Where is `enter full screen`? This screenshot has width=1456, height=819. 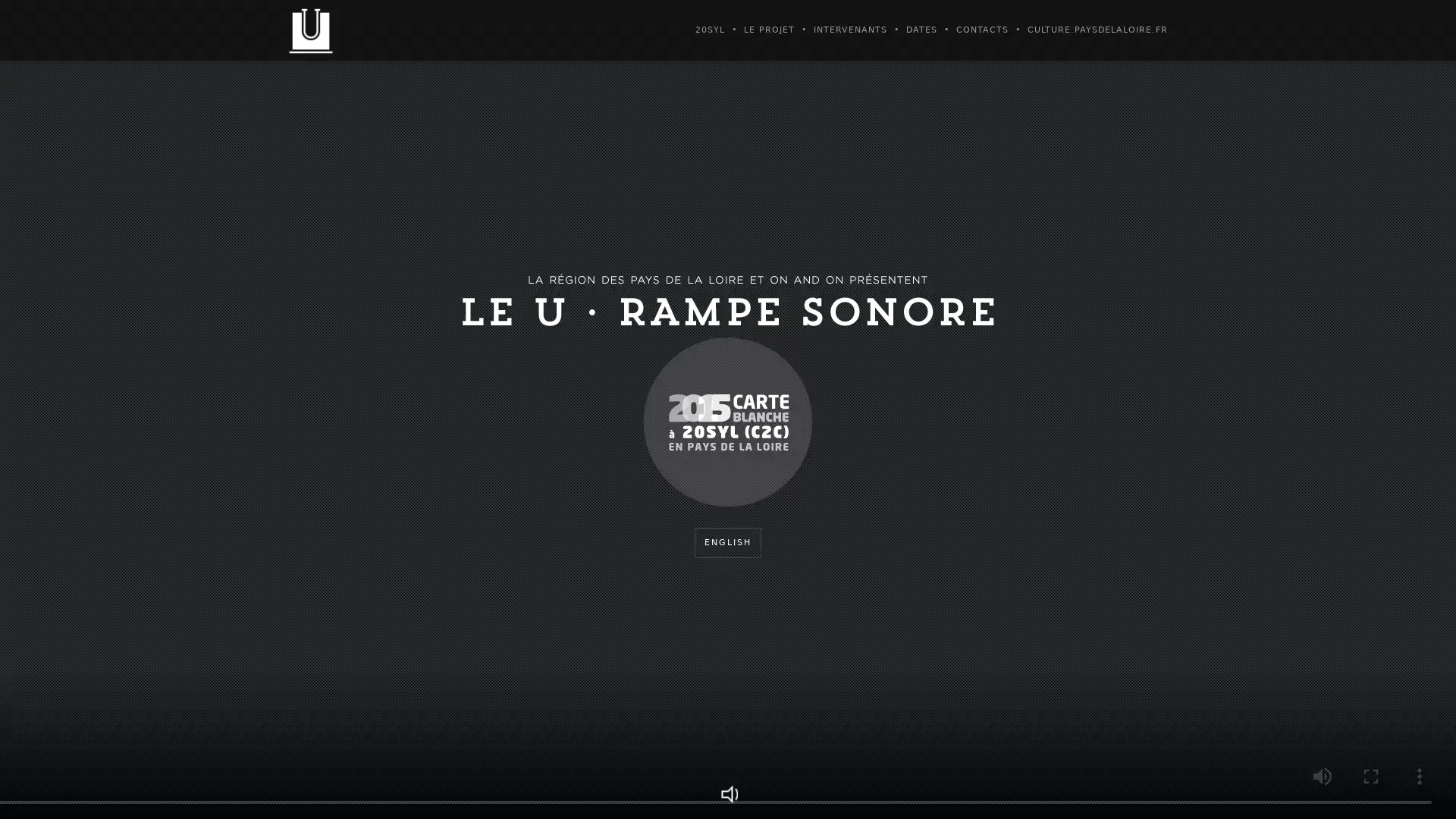 enter full screen is located at coordinates (1371, 776).